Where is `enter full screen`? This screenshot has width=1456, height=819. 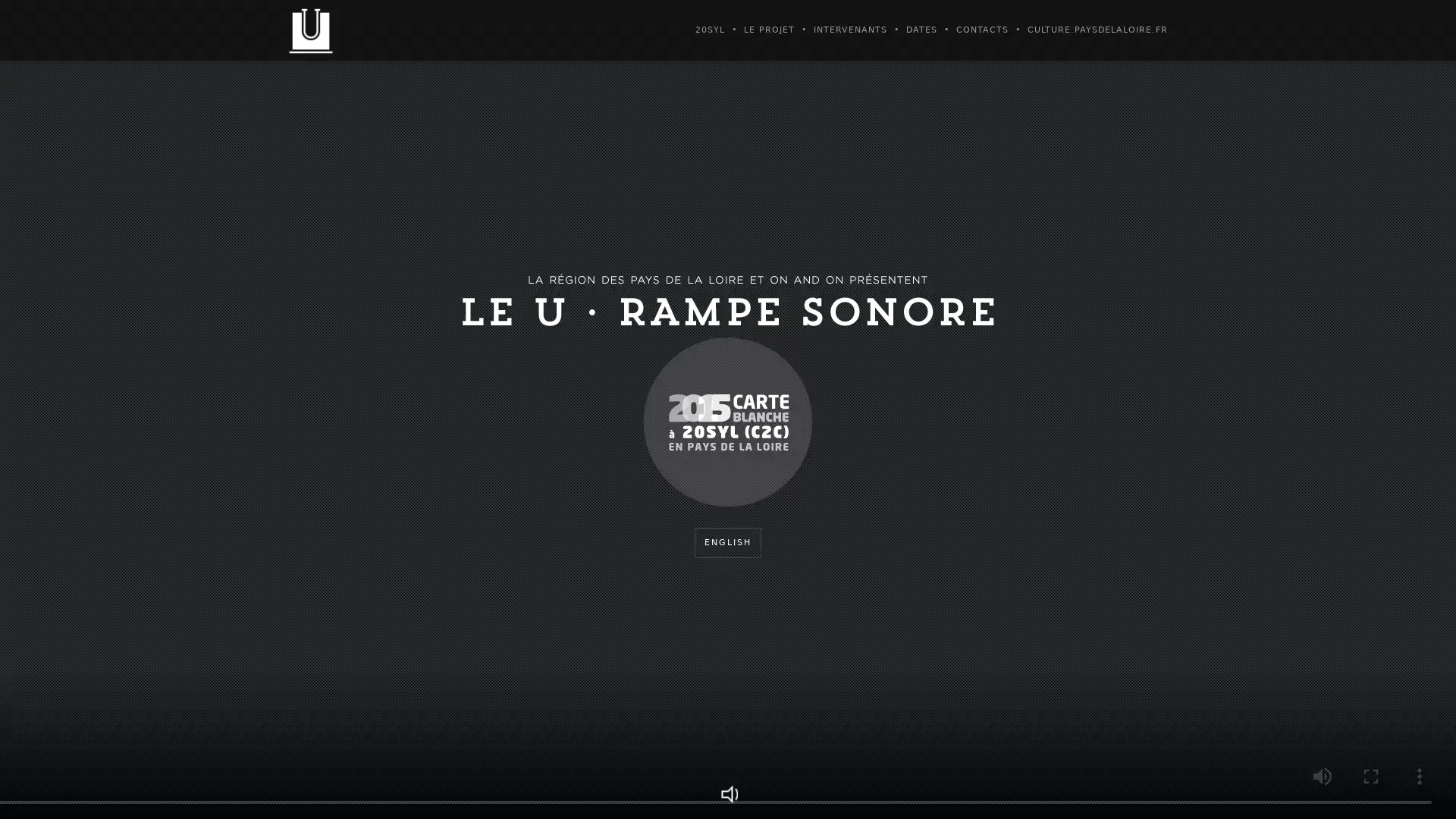 enter full screen is located at coordinates (1371, 776).